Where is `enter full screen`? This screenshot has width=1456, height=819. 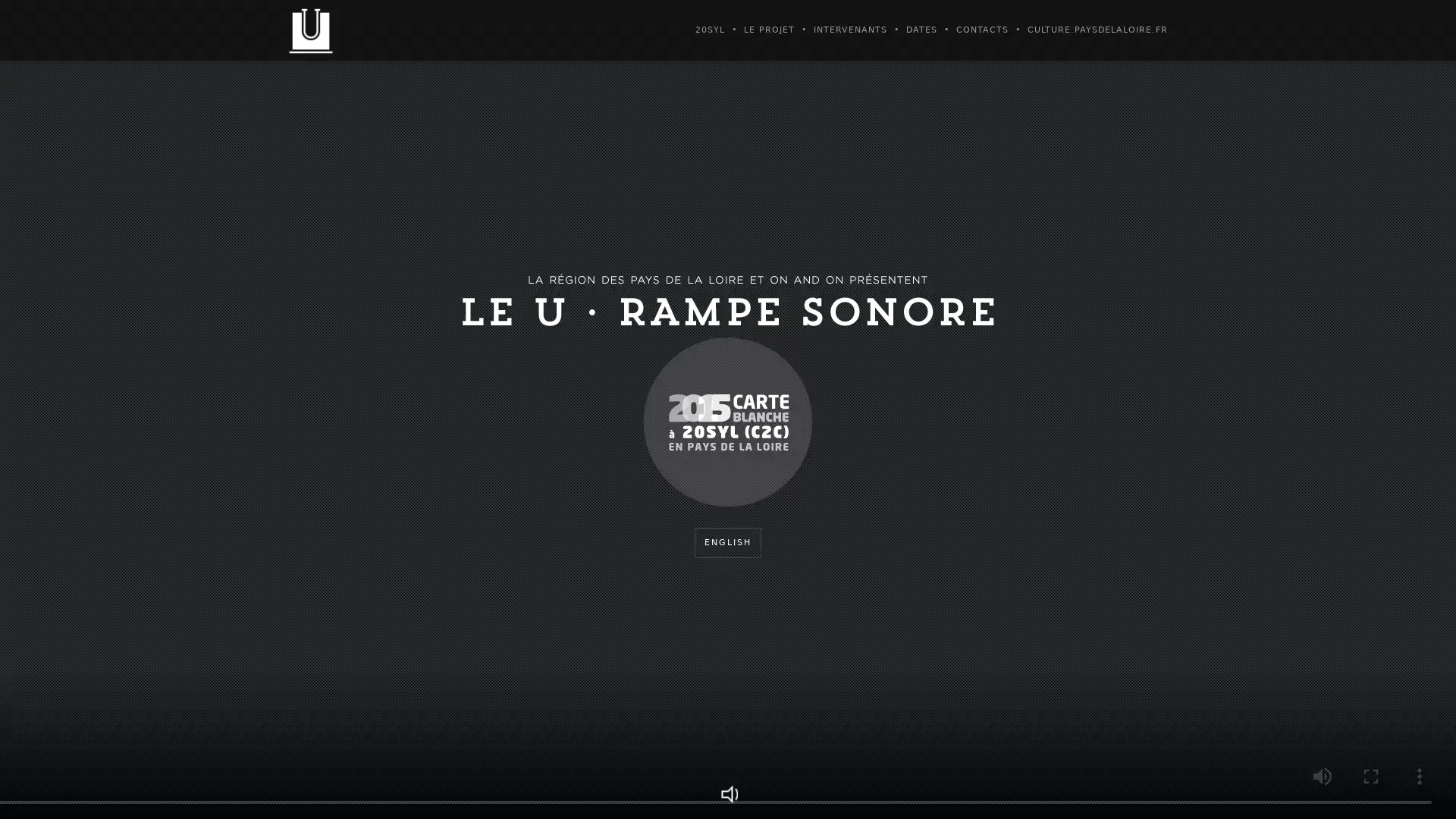 enter full screen is located at coordinates (1371, 776).